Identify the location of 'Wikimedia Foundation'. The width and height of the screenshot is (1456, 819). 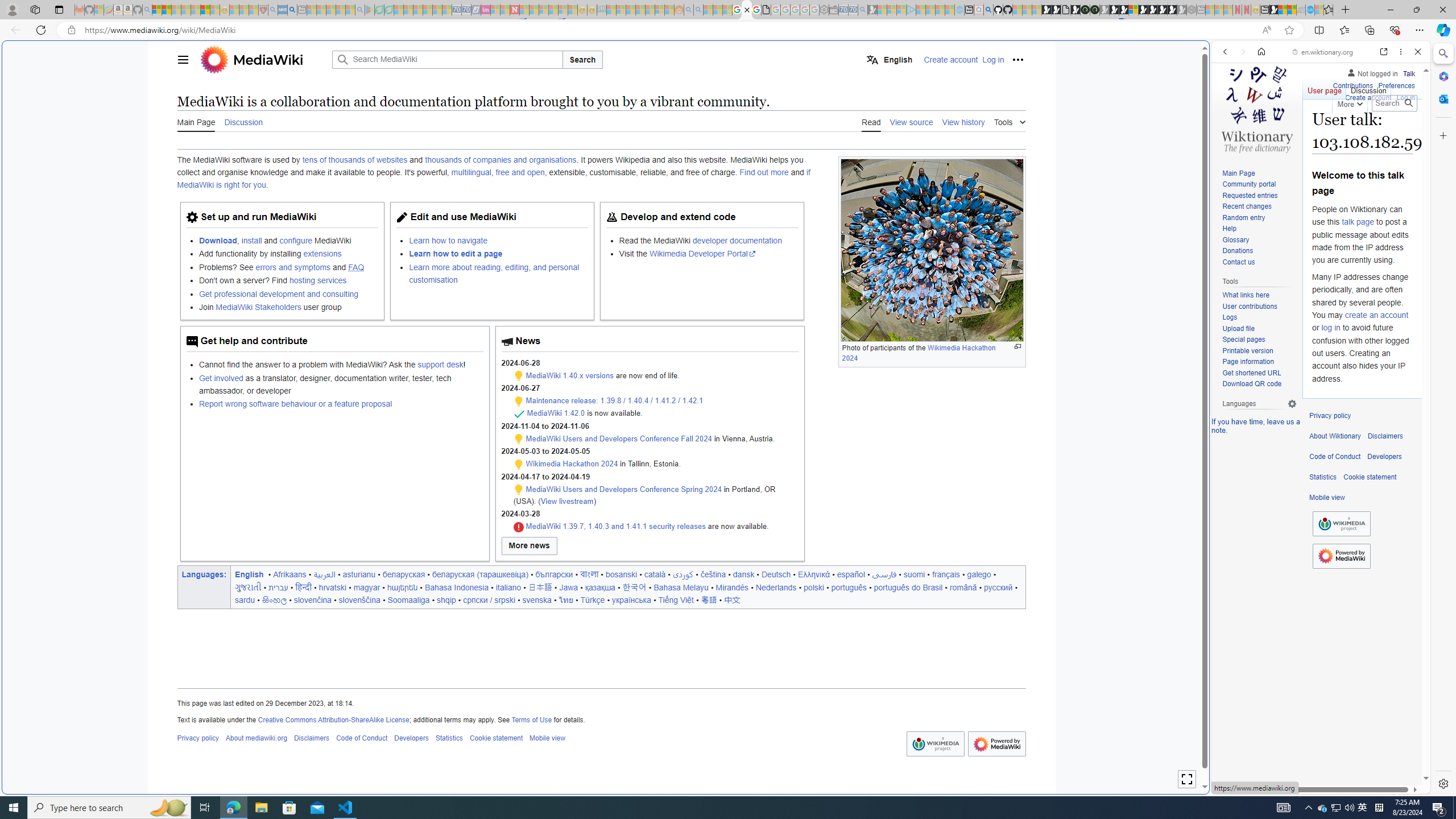
(1342, 523).